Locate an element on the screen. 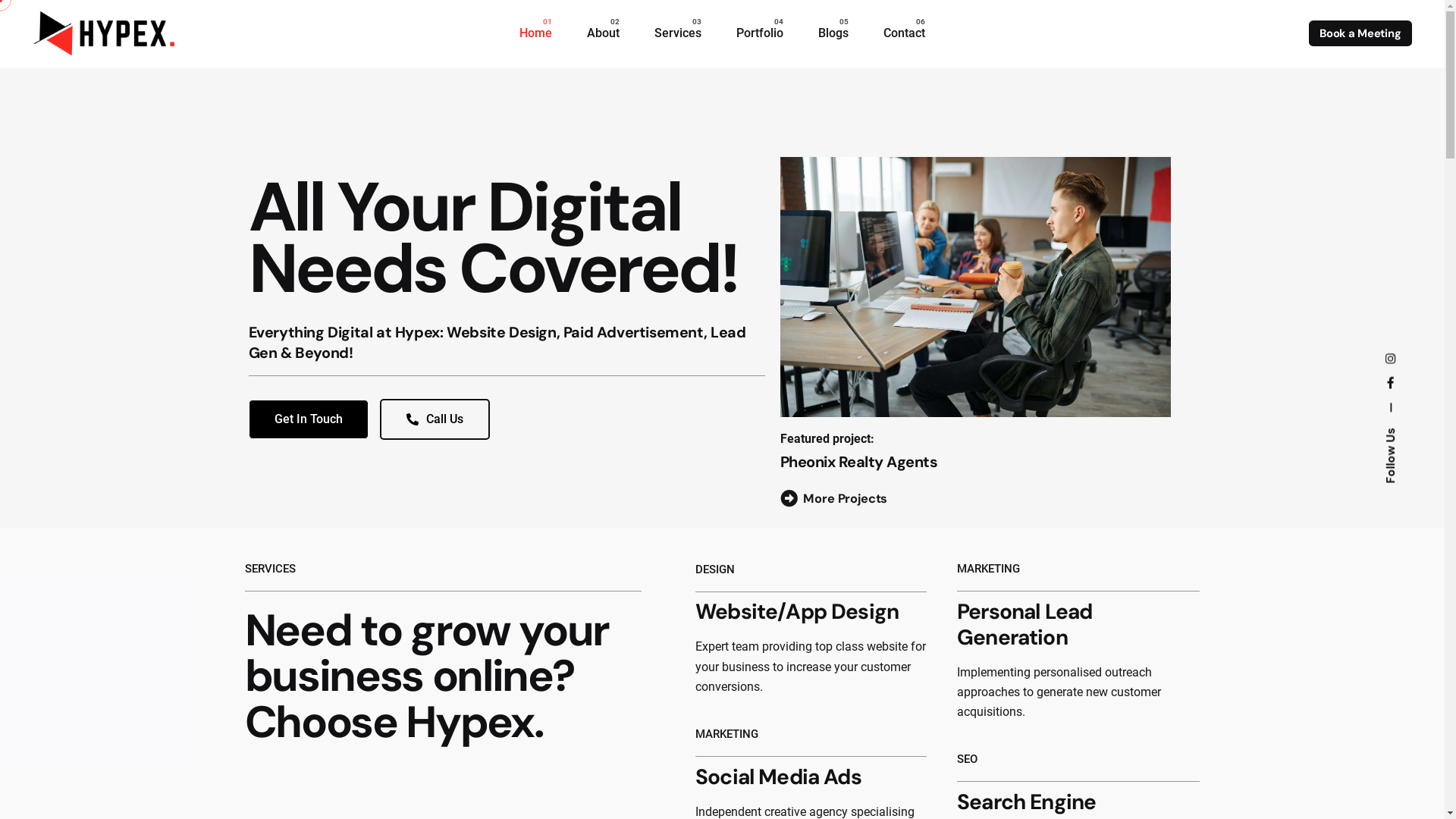 The width and height of the screenshot is (1456, 819). 'Blogs' is located at coordinates (800, 33).